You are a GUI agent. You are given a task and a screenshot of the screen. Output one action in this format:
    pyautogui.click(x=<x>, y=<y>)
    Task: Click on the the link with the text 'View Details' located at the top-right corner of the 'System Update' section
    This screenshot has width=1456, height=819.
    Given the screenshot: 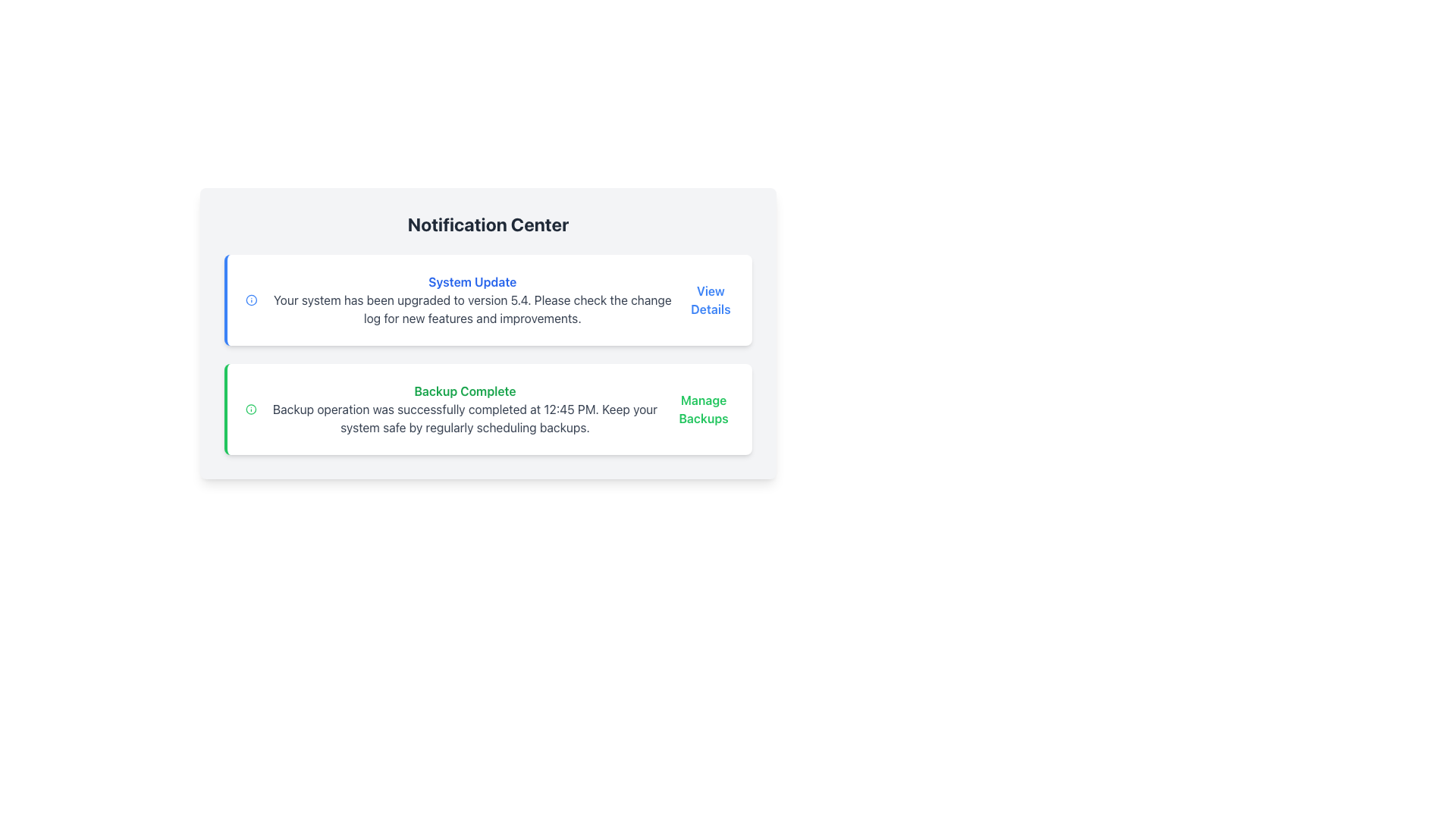 What is the action you would take?
    pyautogui.click(x=710, y=300)
    